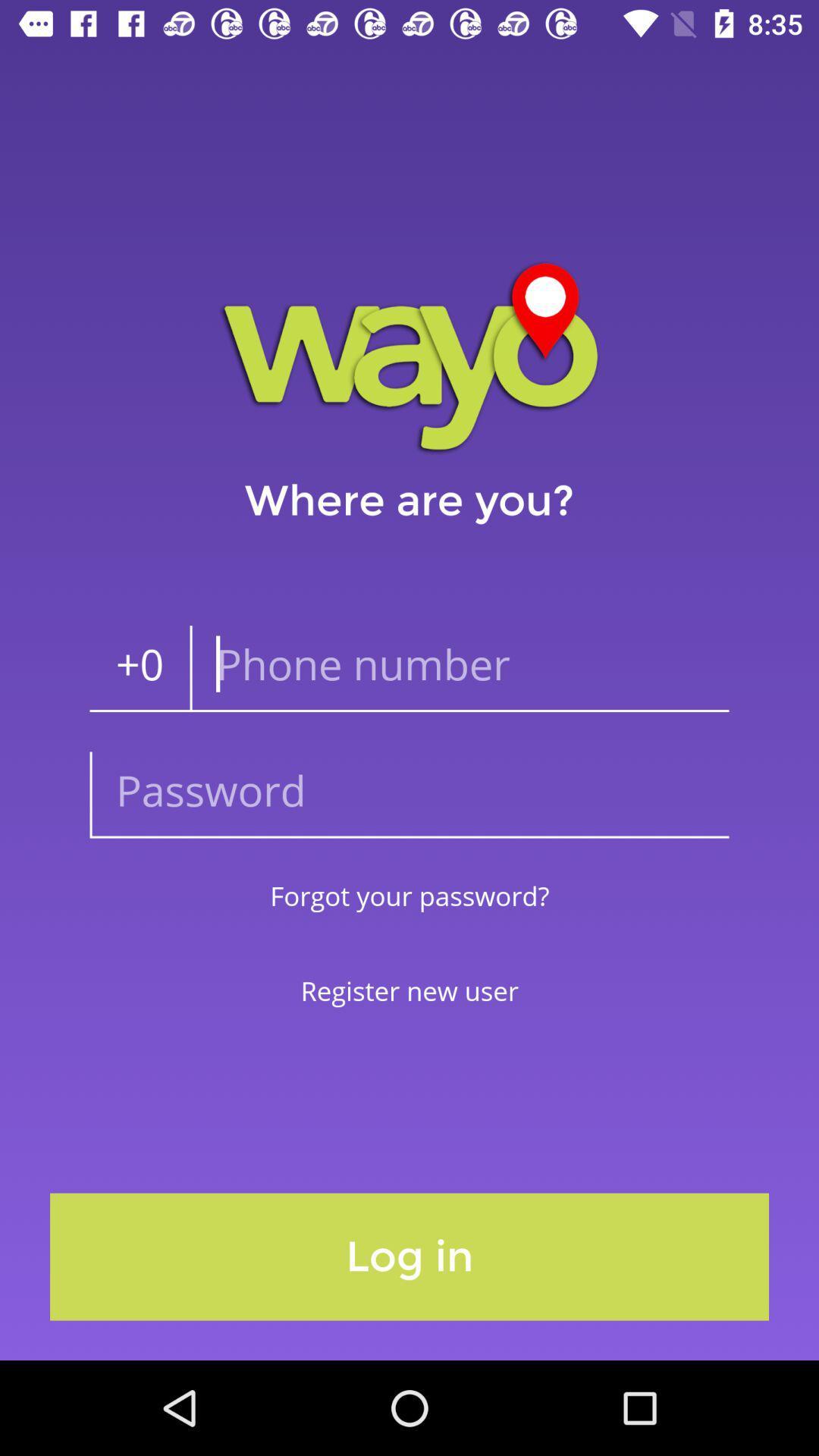 Image resolution: width=819 pixels, height=1456 pixels. What do you see at coordinates (409, 990) in the screenshot?
I see `the icon above log in icon` at bounding box center [409, 990].